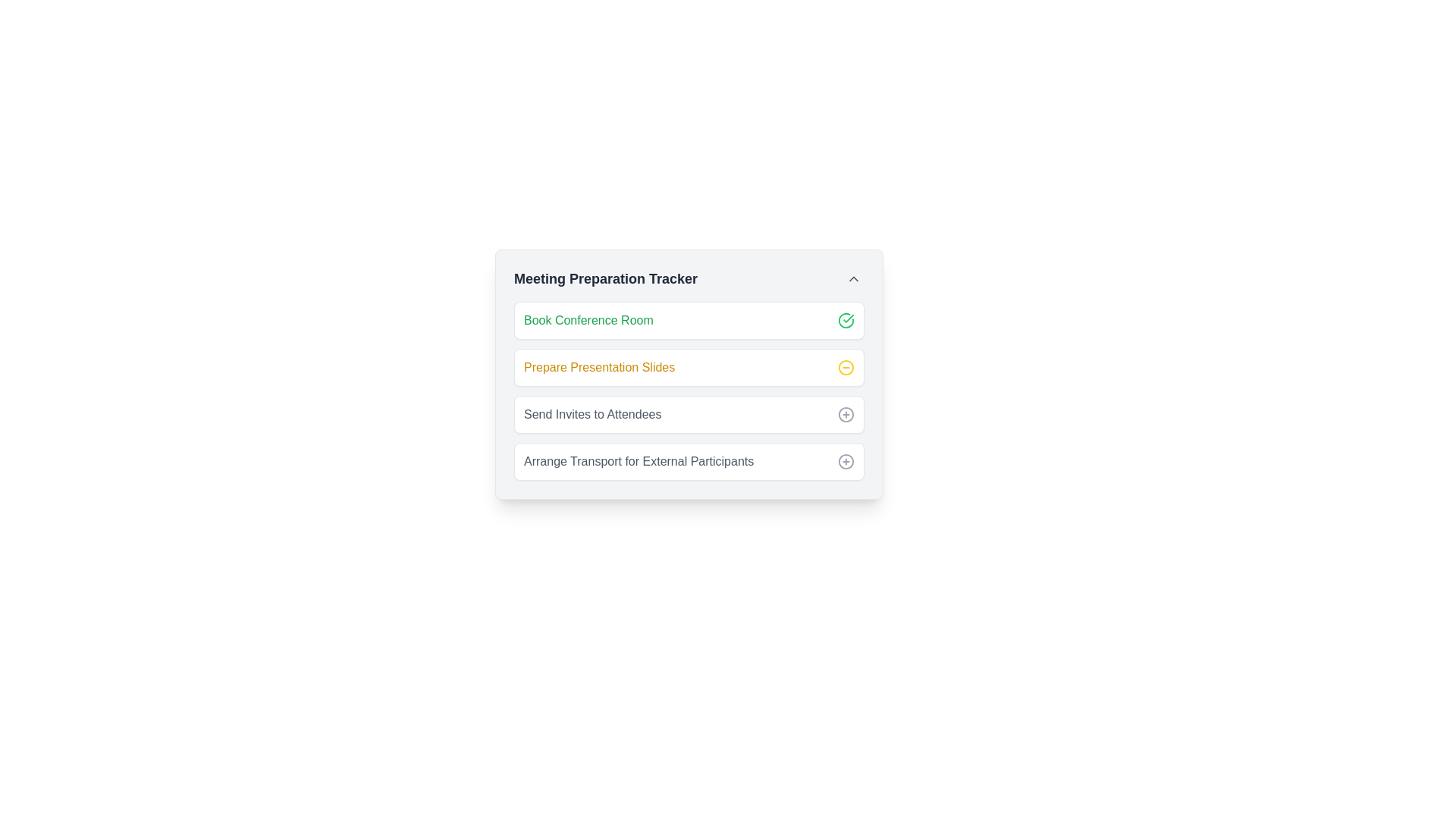  Describe the element at coordinates (854, 278) in the screenshot. I see `the upward chevron icon located in the top-right corner of the 'Meeting Preparation Tracker' panel` at that location.